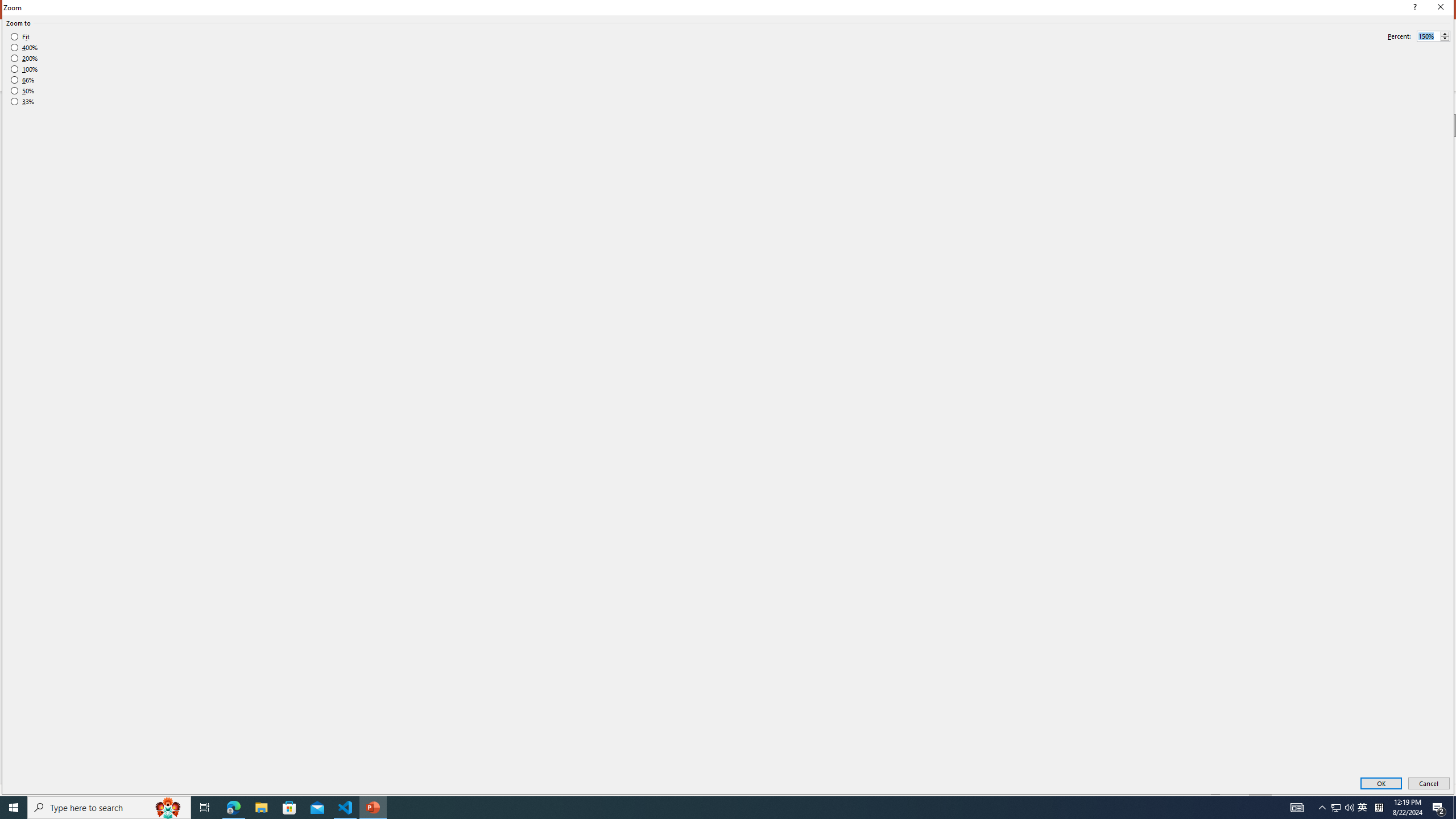  I want to click on 'Fit', so click(19, 37).